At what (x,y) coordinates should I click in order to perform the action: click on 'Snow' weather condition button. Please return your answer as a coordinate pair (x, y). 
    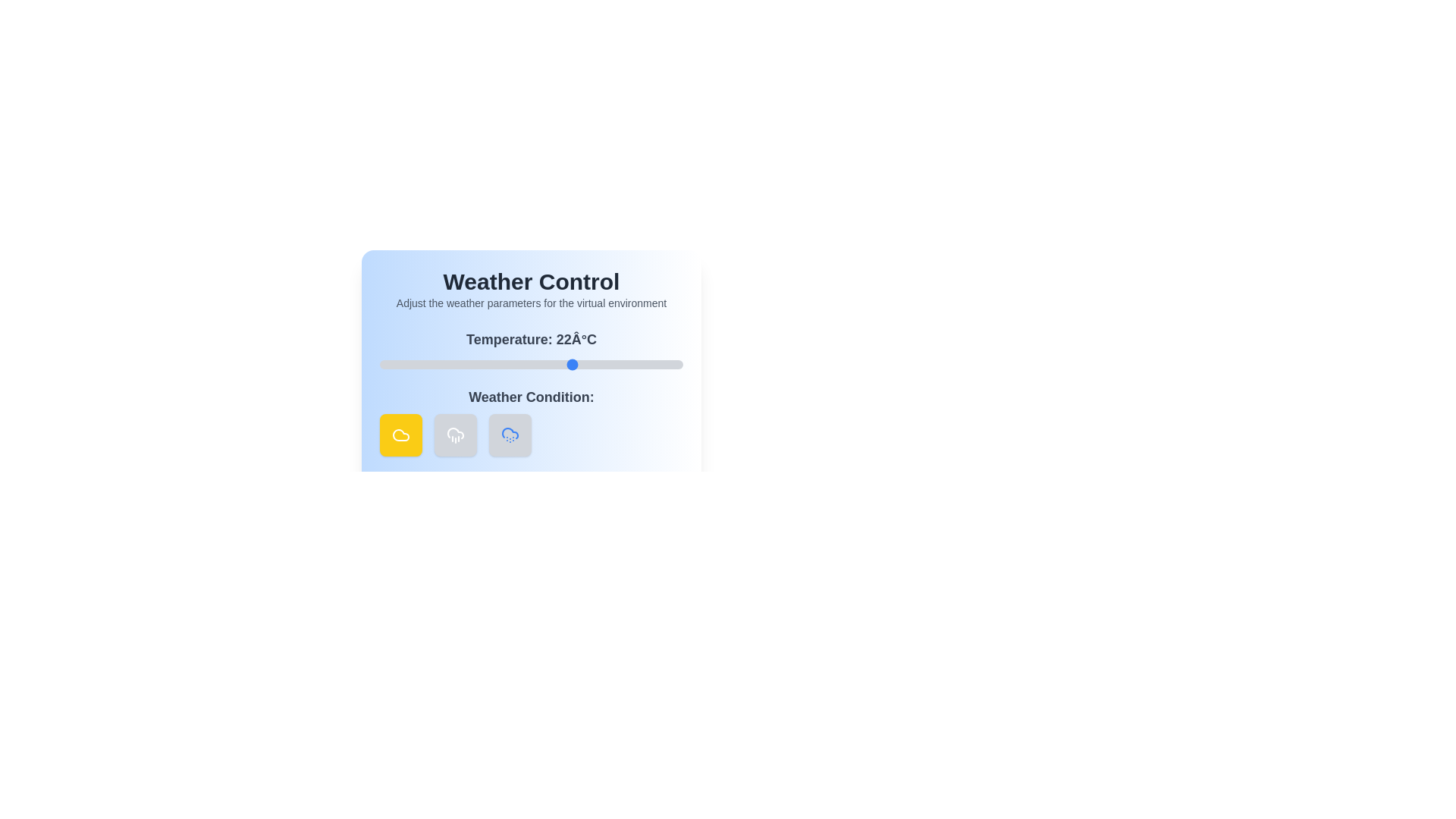
    Looking at the image, I should click on (510, 435).